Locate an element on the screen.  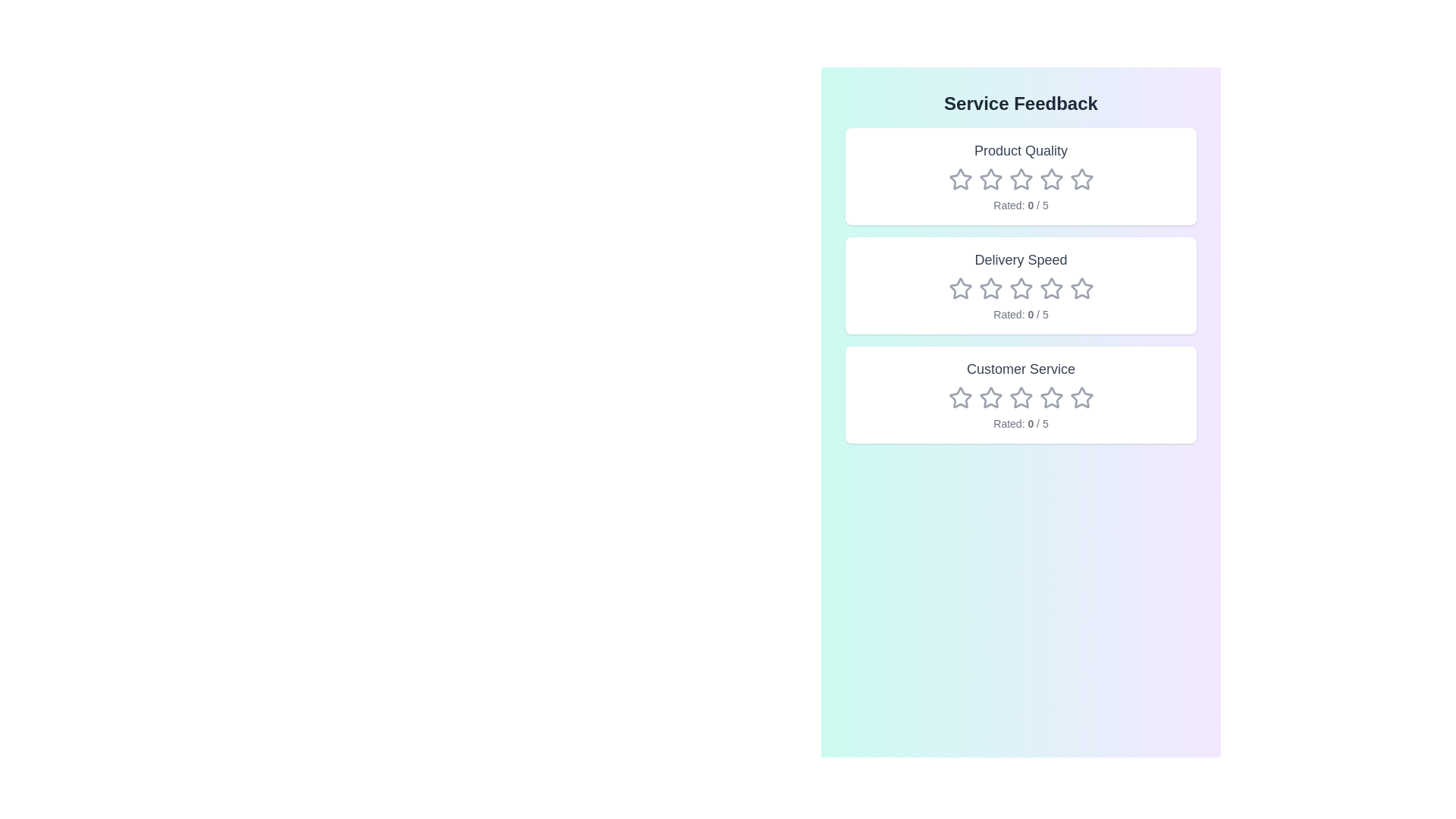
the rating for the category Customer Service to 1 stars is located at coordinates (959, 397).